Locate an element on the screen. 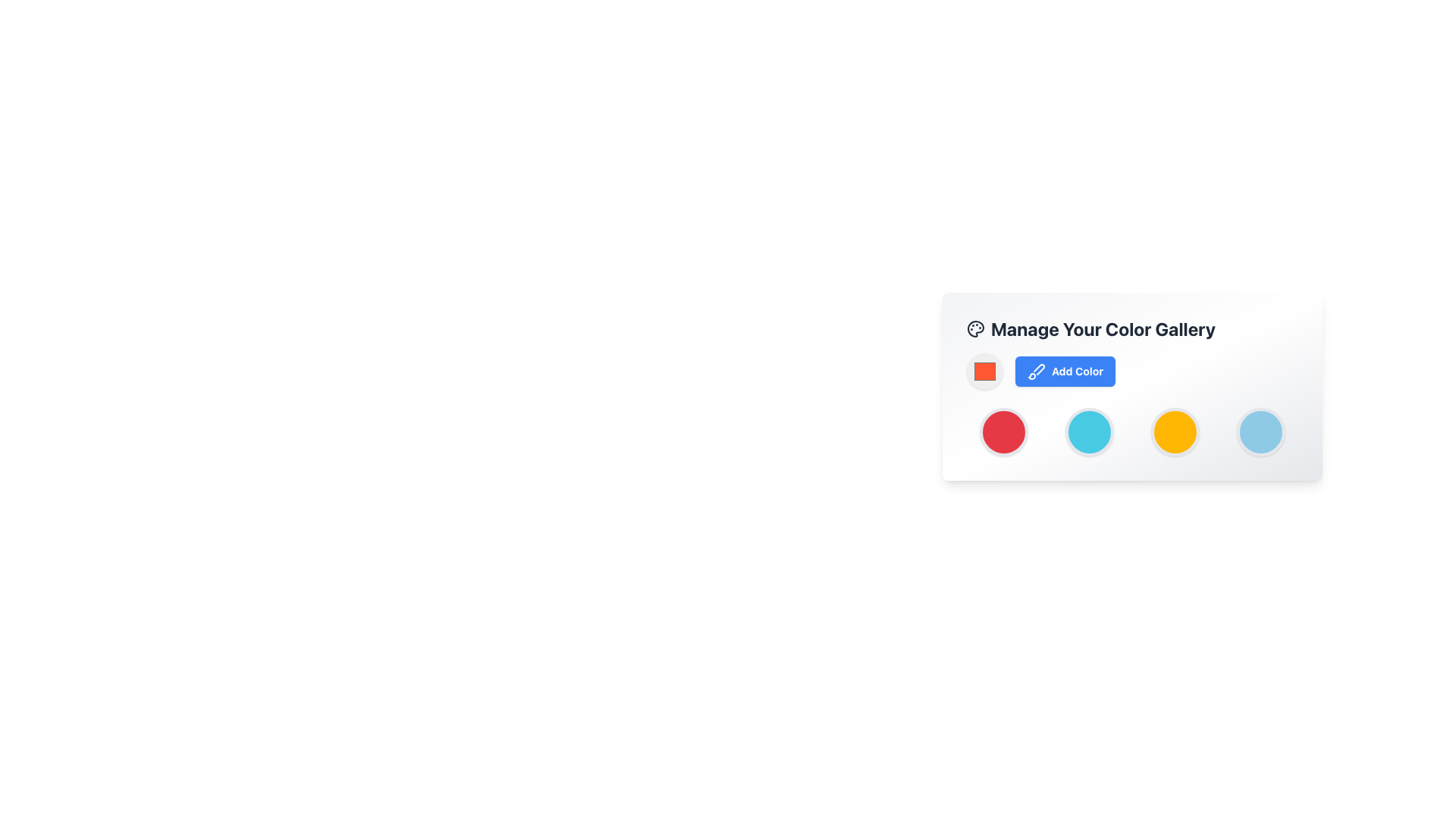 This screenshot has height=819, width=1456. the Color picker button, which is the leftmost button in a horizontal arrangement and allows users to select or confirm colors is located at coordinates (985, 371).